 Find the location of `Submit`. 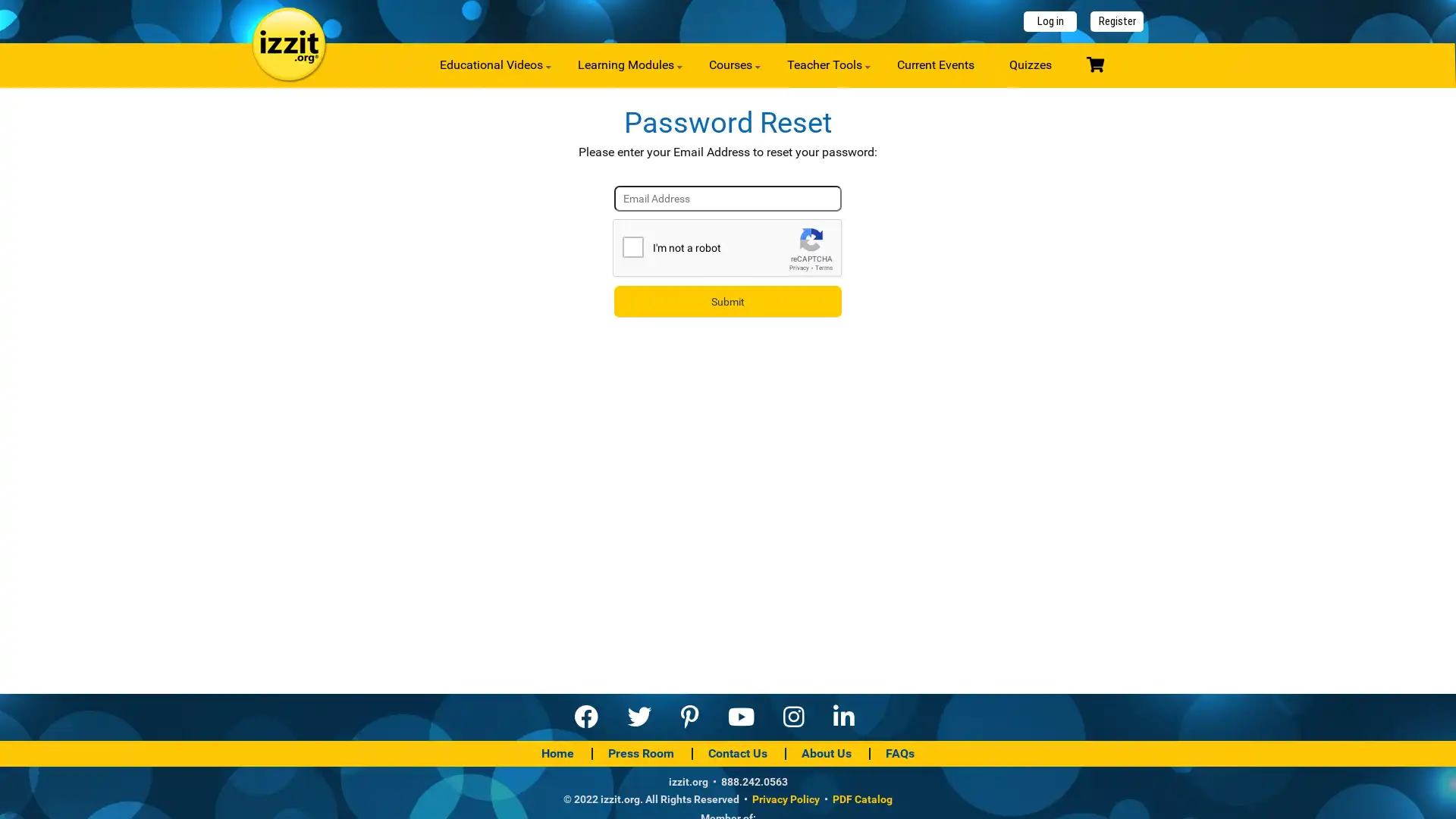

Submit is located at coordinates (728, 301).